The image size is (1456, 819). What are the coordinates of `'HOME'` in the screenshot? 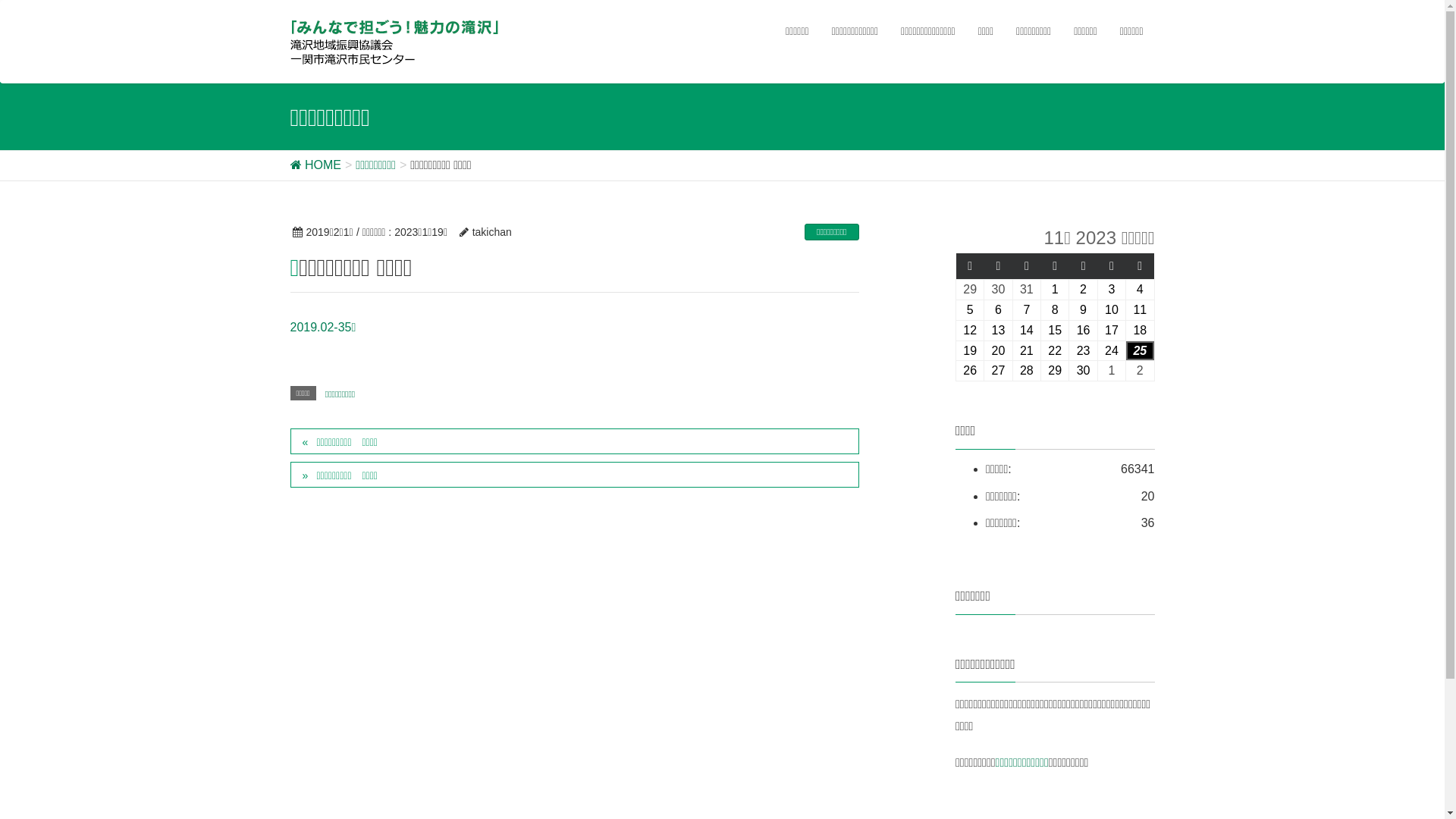 It's located at (314, 165).